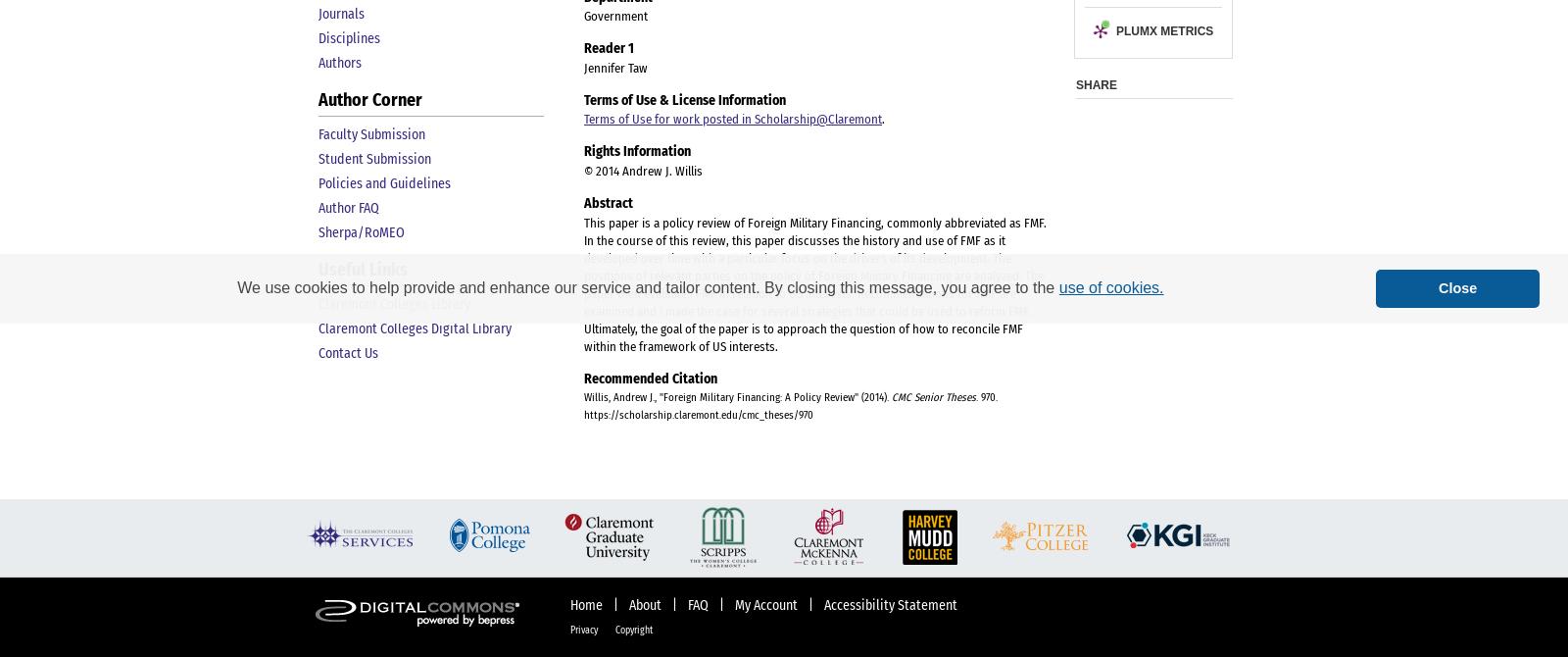 Image resolution: width=1568 pixels, height=657 pixels. I want to click on 'Close', so click(1457, 286).